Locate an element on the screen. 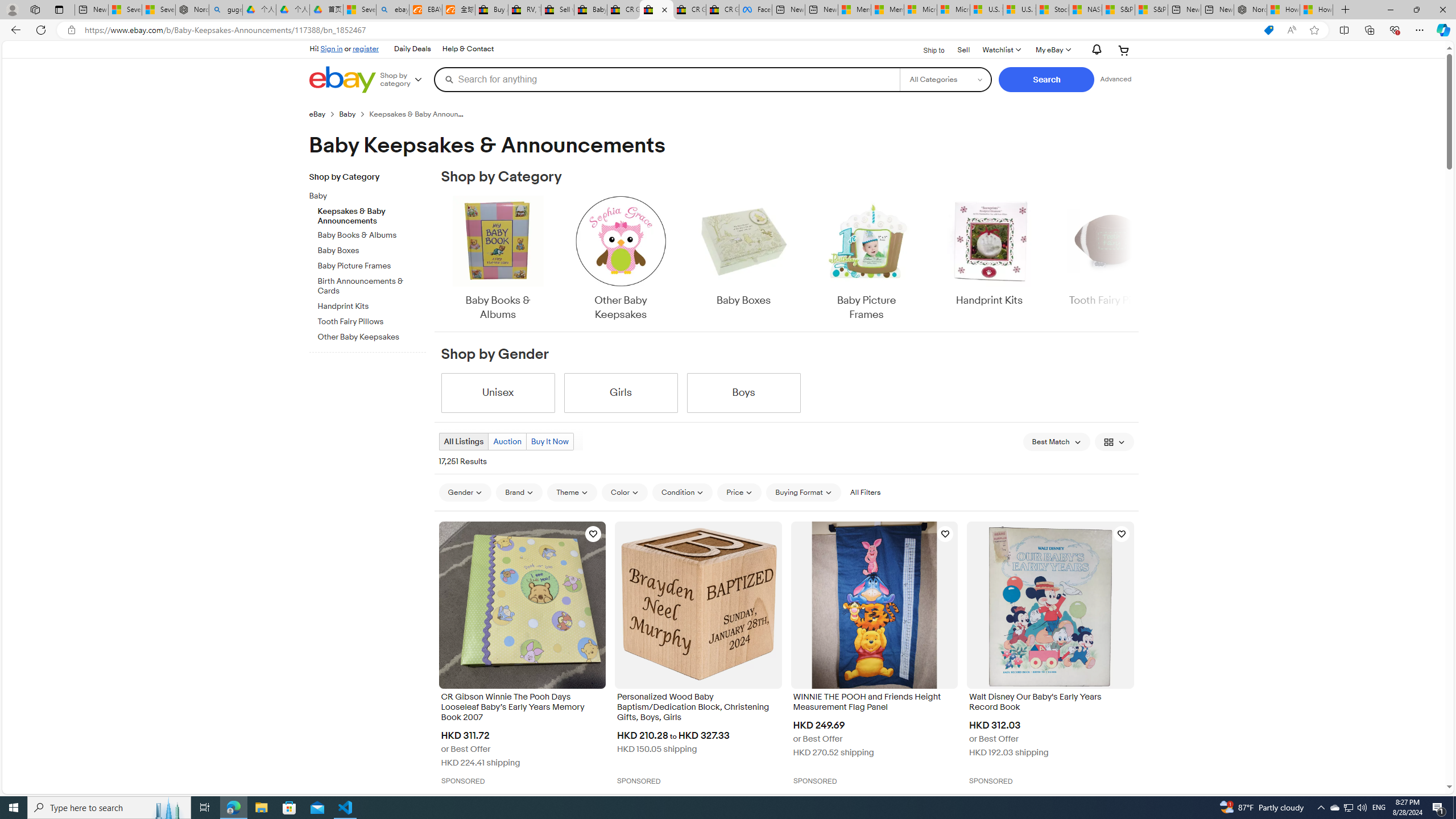  'My eBay' is located at coordinates (1052, 49).